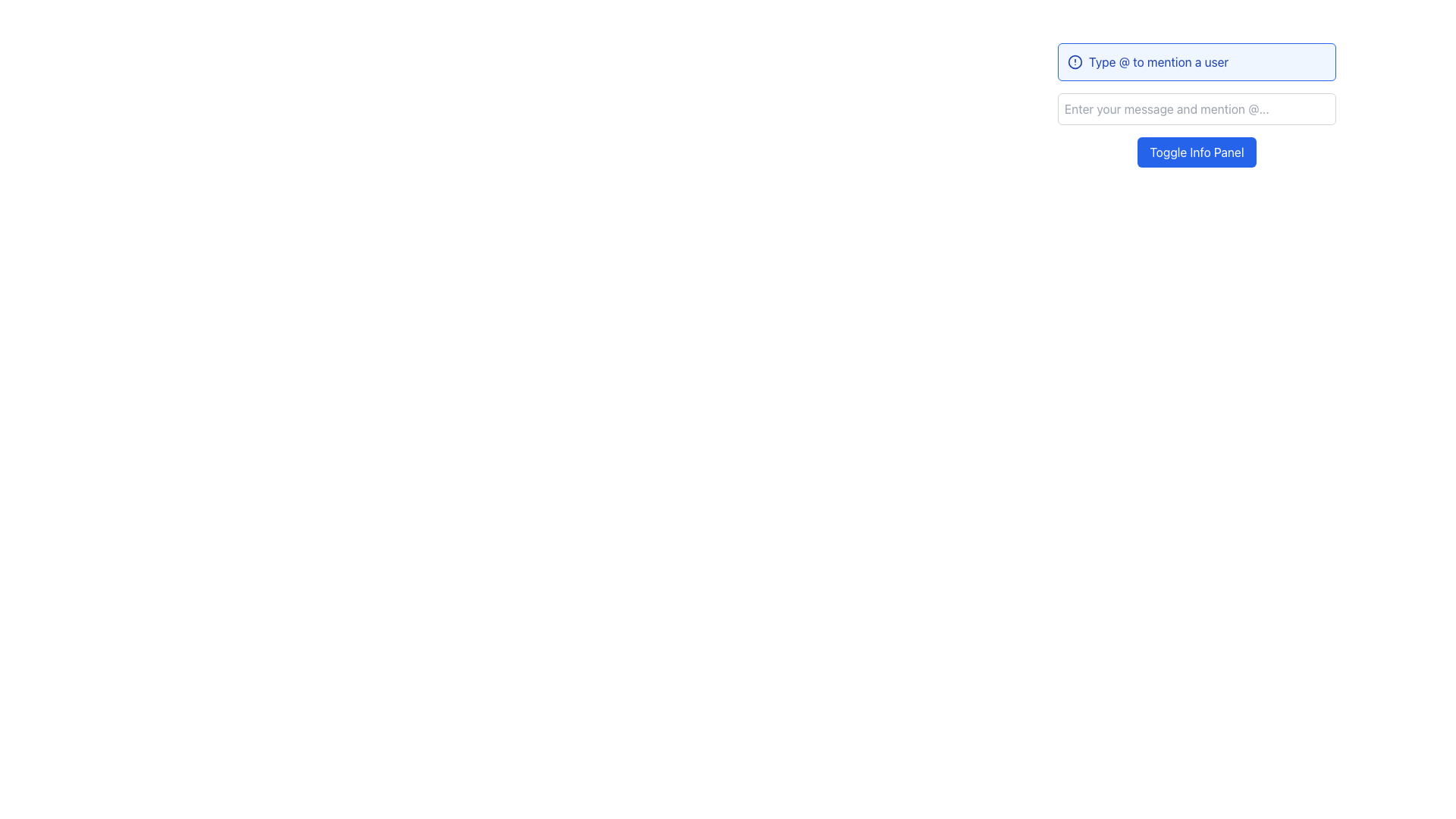 This screenshot has height=819, width=1456. What do you see at coordinates (1074, 61) in the screenshot?
I see `the alert icon that visually indicates or draws attention to the message labeled 'Type @ to mention a user.'` at bounding box center [1074, 61].